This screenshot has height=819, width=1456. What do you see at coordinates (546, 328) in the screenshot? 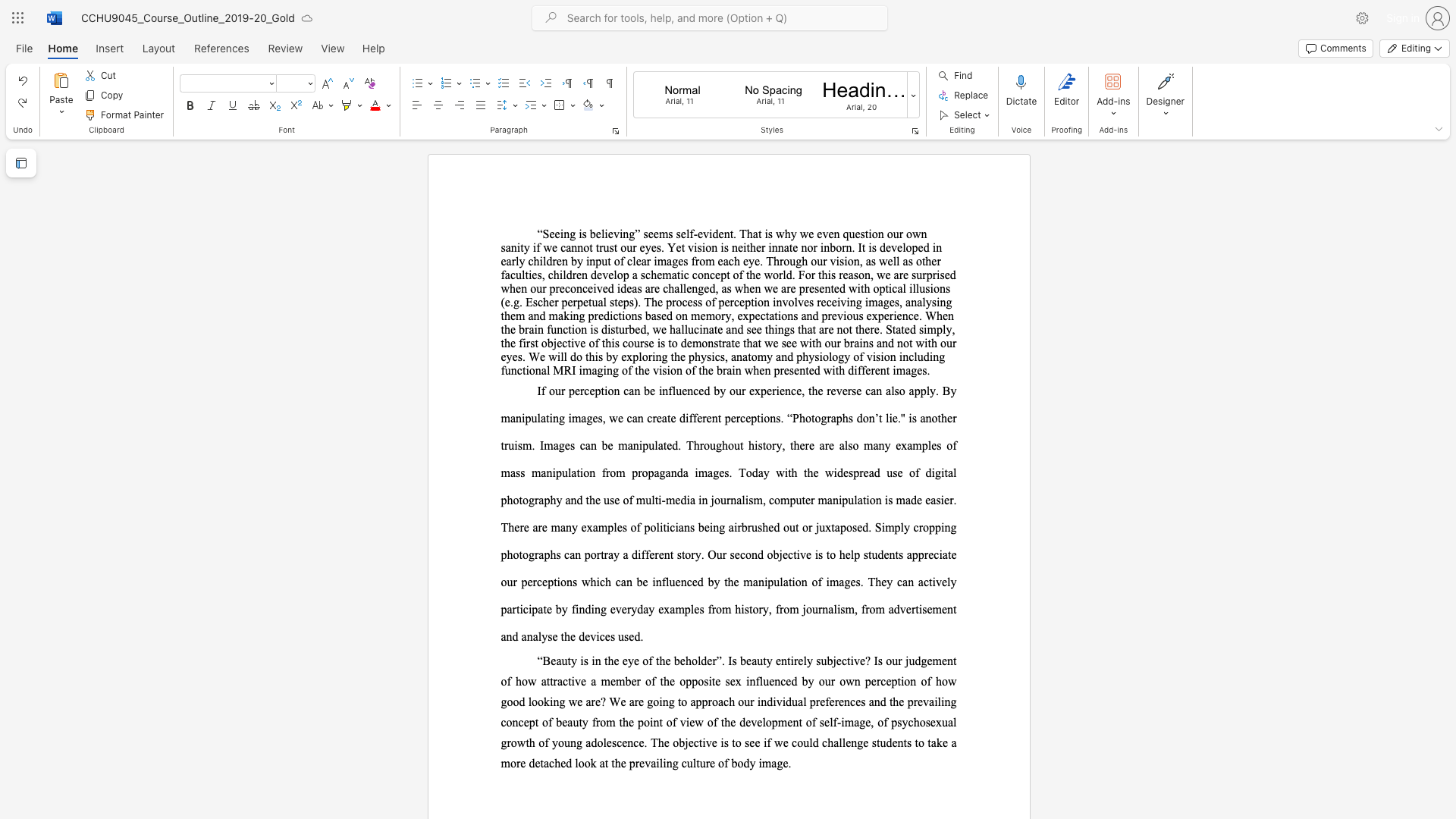
I see `the subset text "function is disturbed, we hallucinate and see things that are not there. Stated simply, the first objective of this course is to demonstrate that we see with our brains and not with our eyes. We will do this by exploring the physics, anatomy and physiology of vision including functional MRI imaging of the vision of the brain when presen" within the text "involves receiving images, analysing them and making predictions based on memory, expectations and previous experience. When the brain function is disturbed, we hallucinate and see things that are not there. Stated simply, the first objective of this course is to demonstrate that we see with our brains and not with our eyes. We will do this by exploring the physics, anatomy and physiology of vision including functional MRI imaging of the vision of the brain when presented with different images."` at bounding box center [546, 328].